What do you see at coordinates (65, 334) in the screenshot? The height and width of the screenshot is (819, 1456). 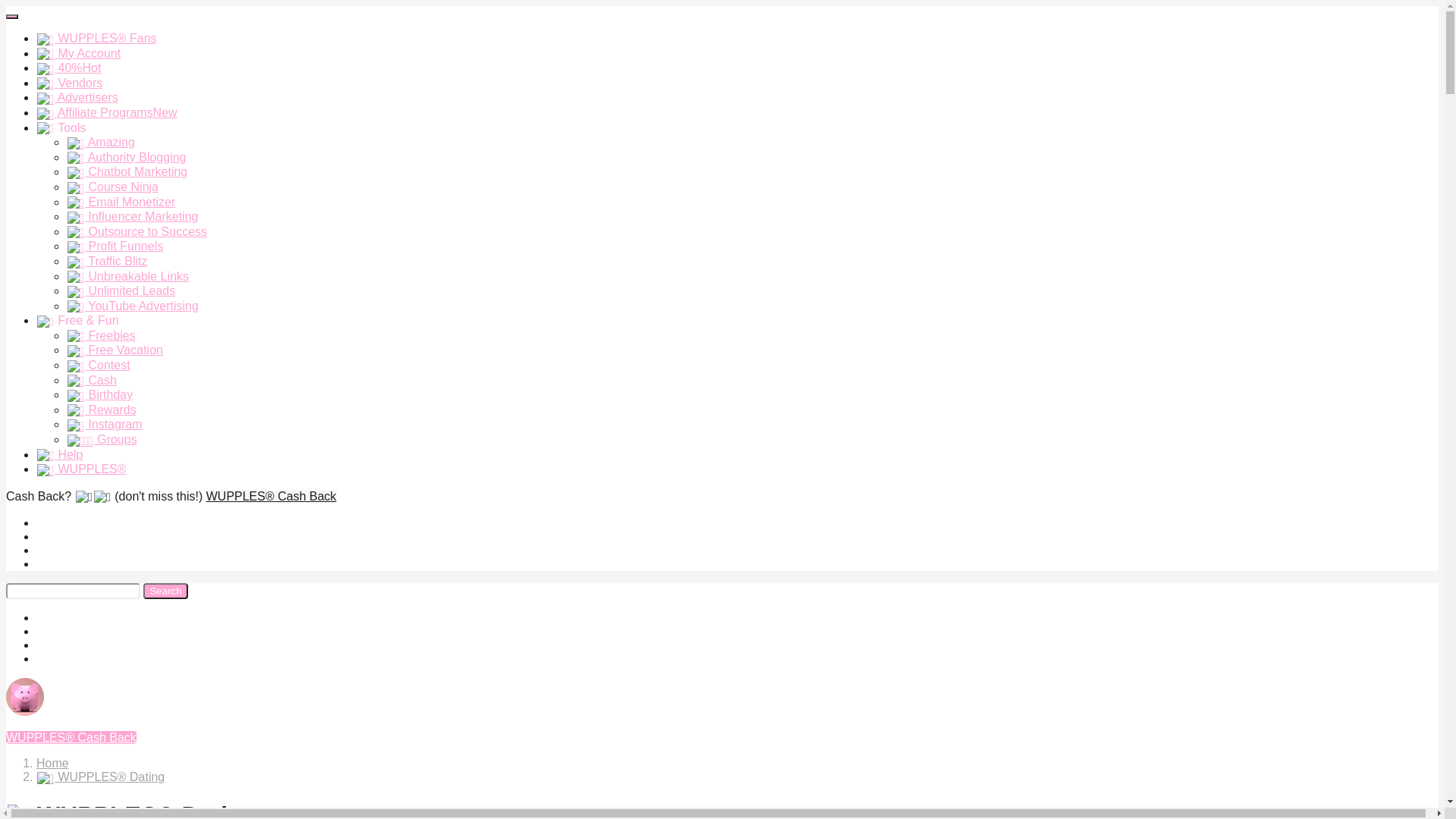 I see `'Freebies'` at bounding box center [65, 334].